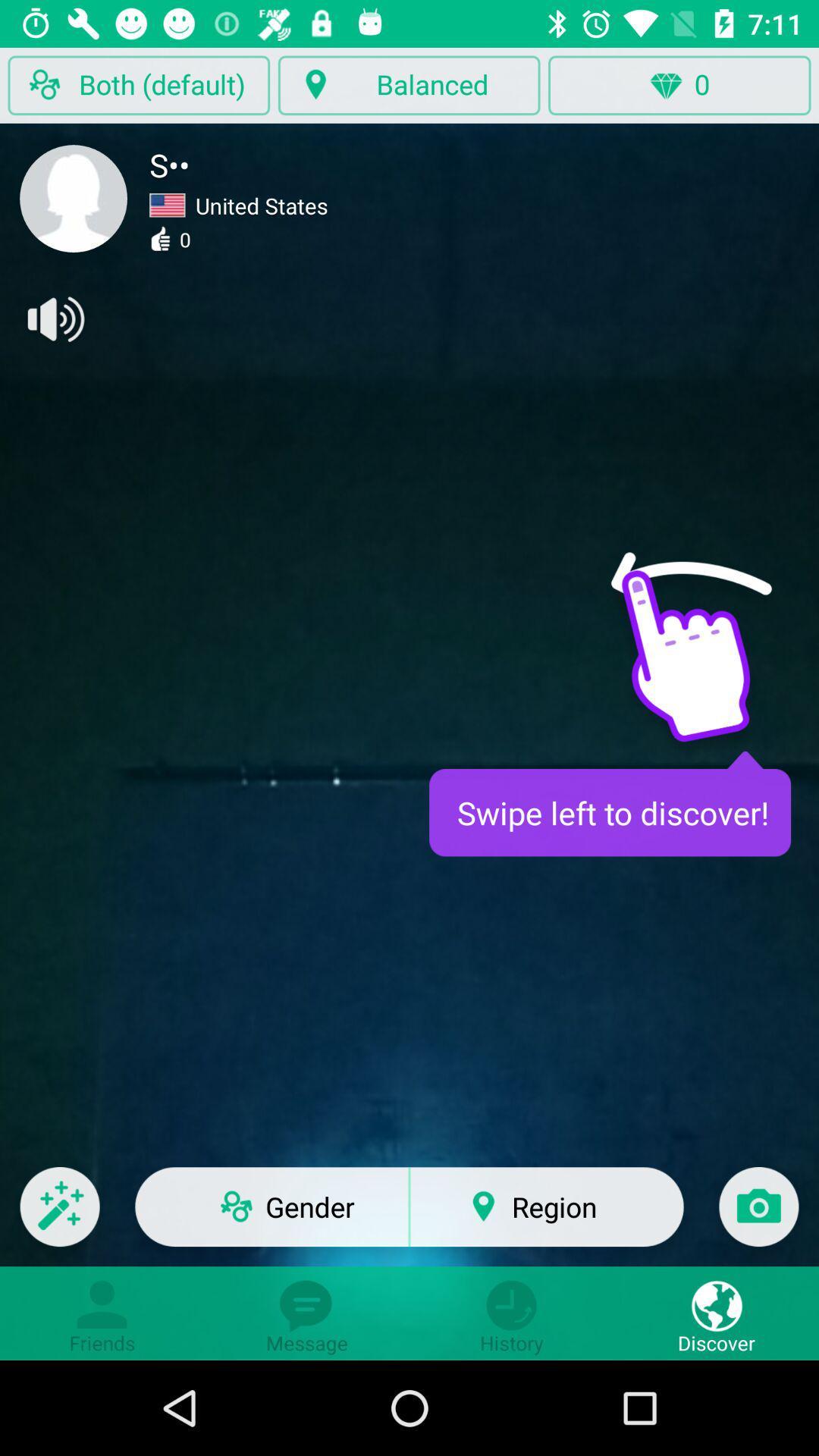 This screenshot has width=819, height=1456. Describe the element at coordinates (74, 198) in the screenshot. I see `the avatar icon` at that location.